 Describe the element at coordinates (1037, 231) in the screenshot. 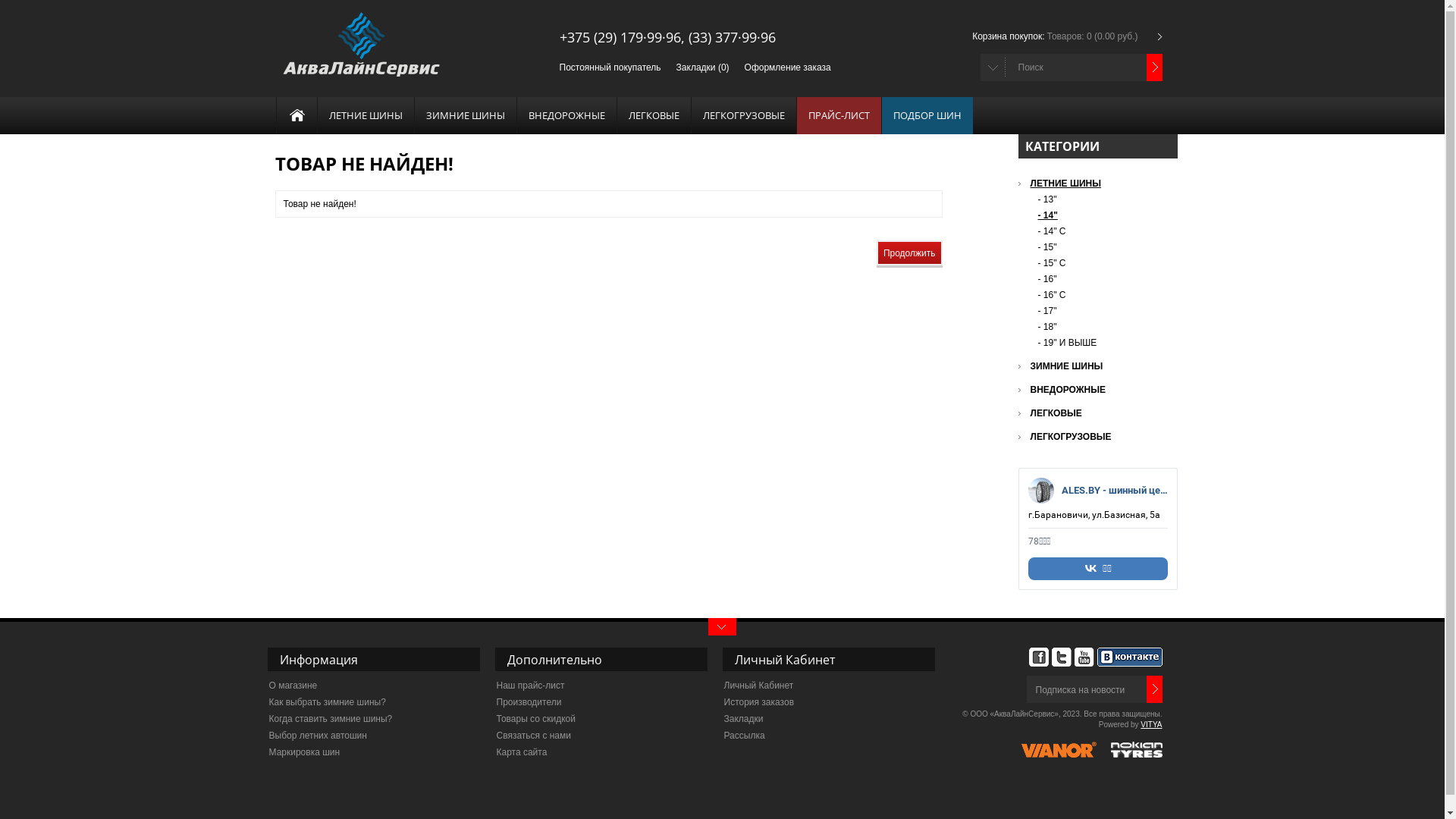

I see `'- 14" C'` at that location.